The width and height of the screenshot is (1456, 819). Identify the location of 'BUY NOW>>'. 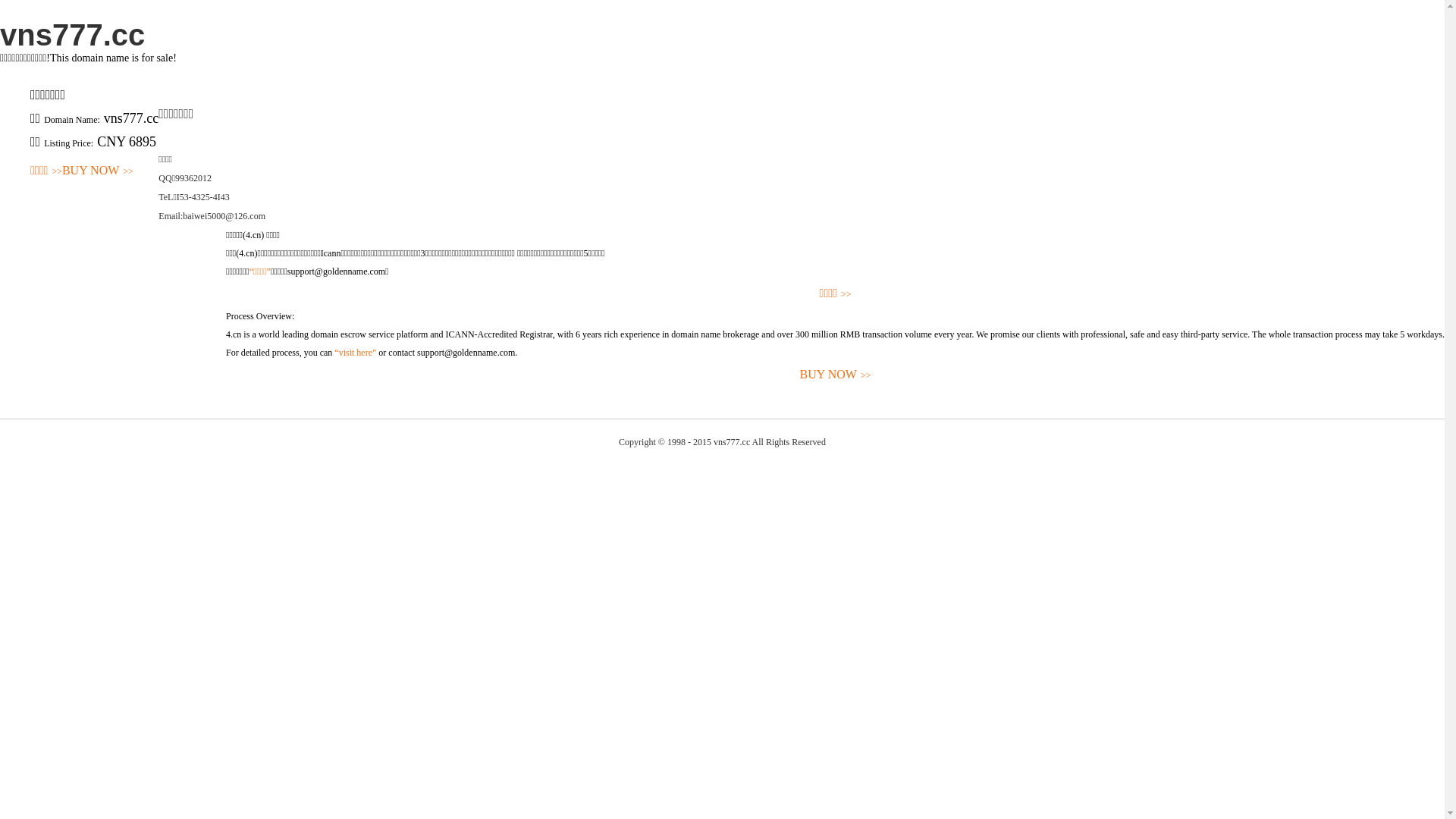
(834, 375).